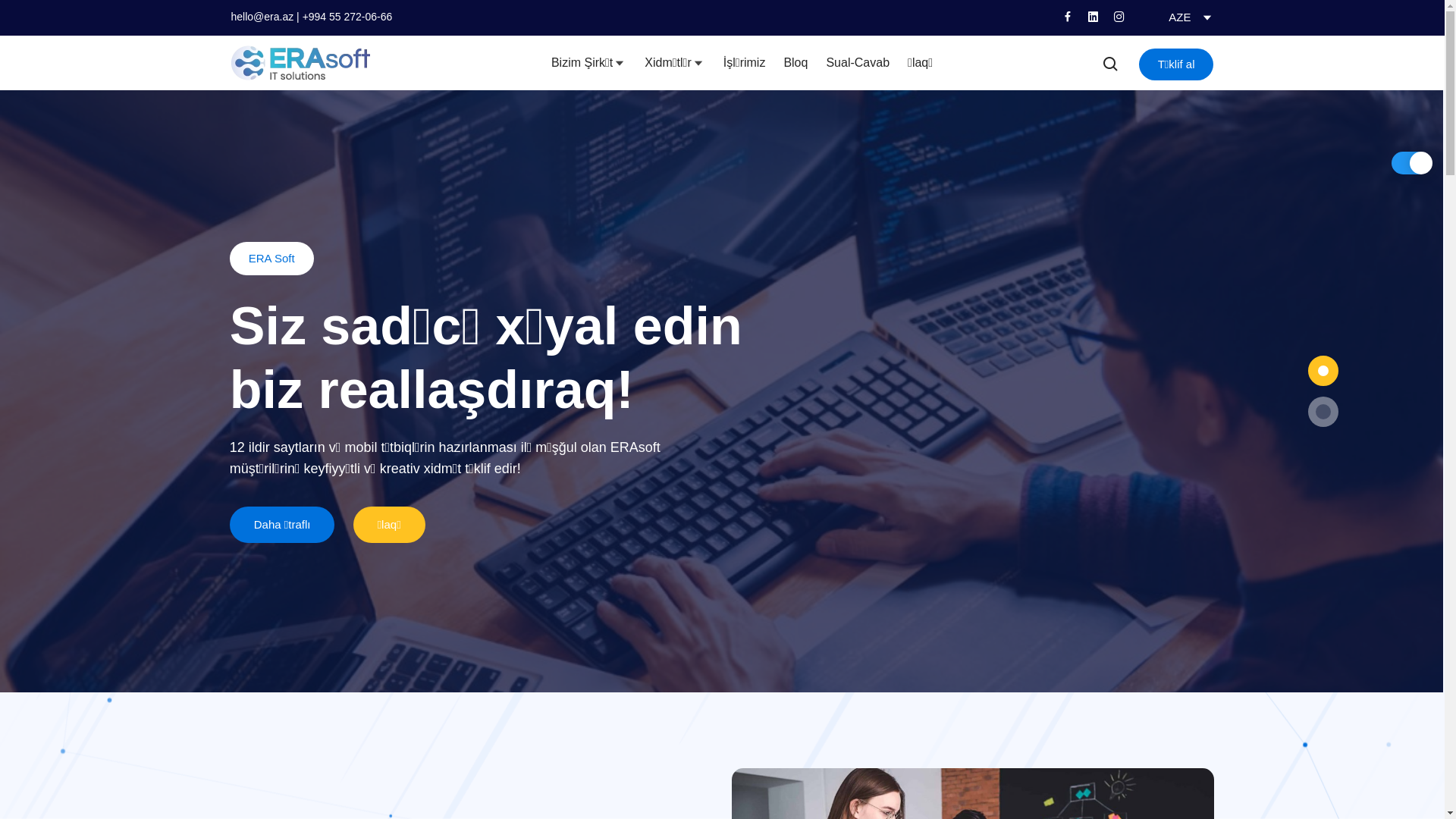  Describe the element at coordinates (795, 62) in the screenshot. I see `'Bloq'` at that location.